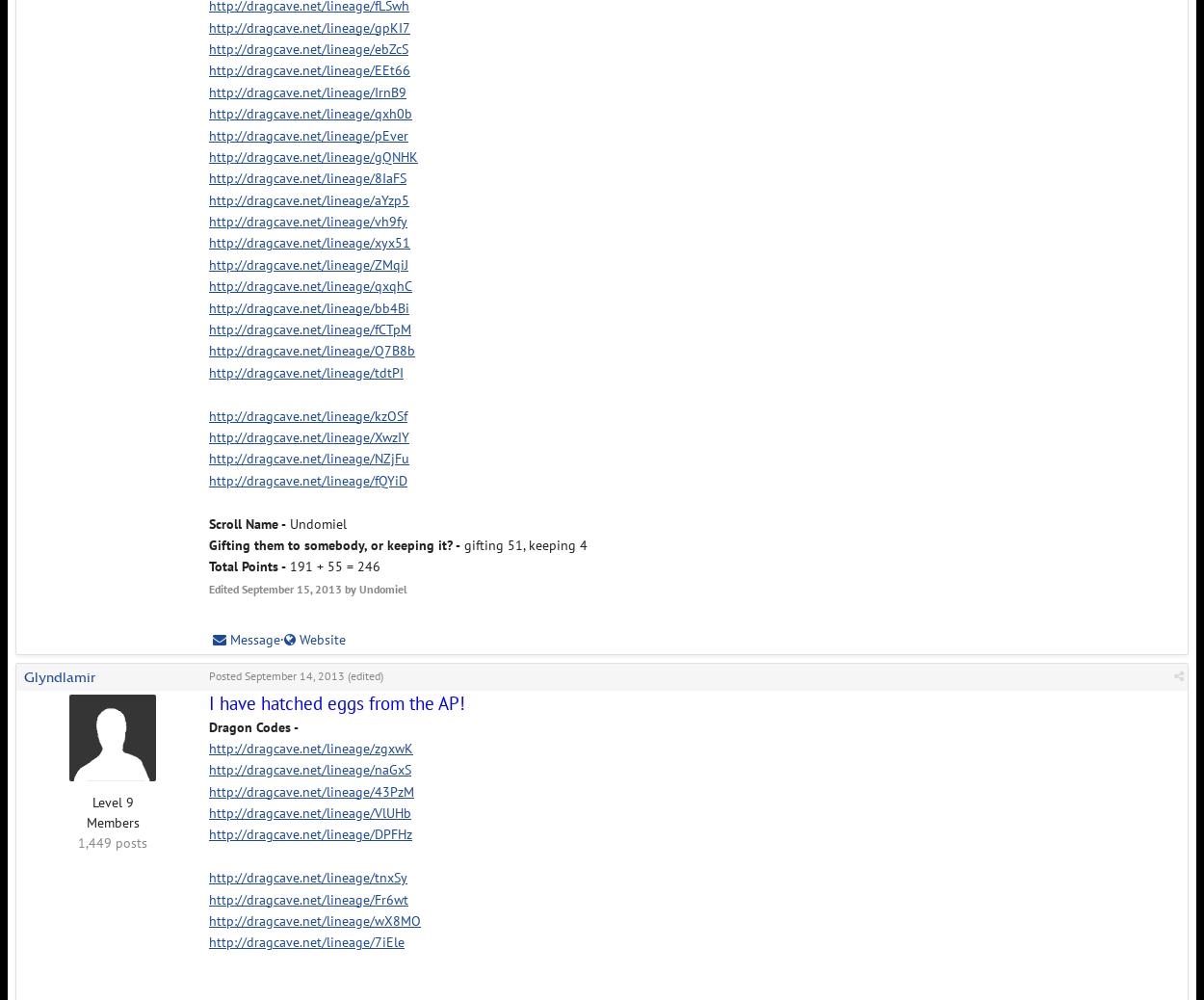  I want to click on 'http://dragcave.net/lineage/zgxwK', so click(208, 747).